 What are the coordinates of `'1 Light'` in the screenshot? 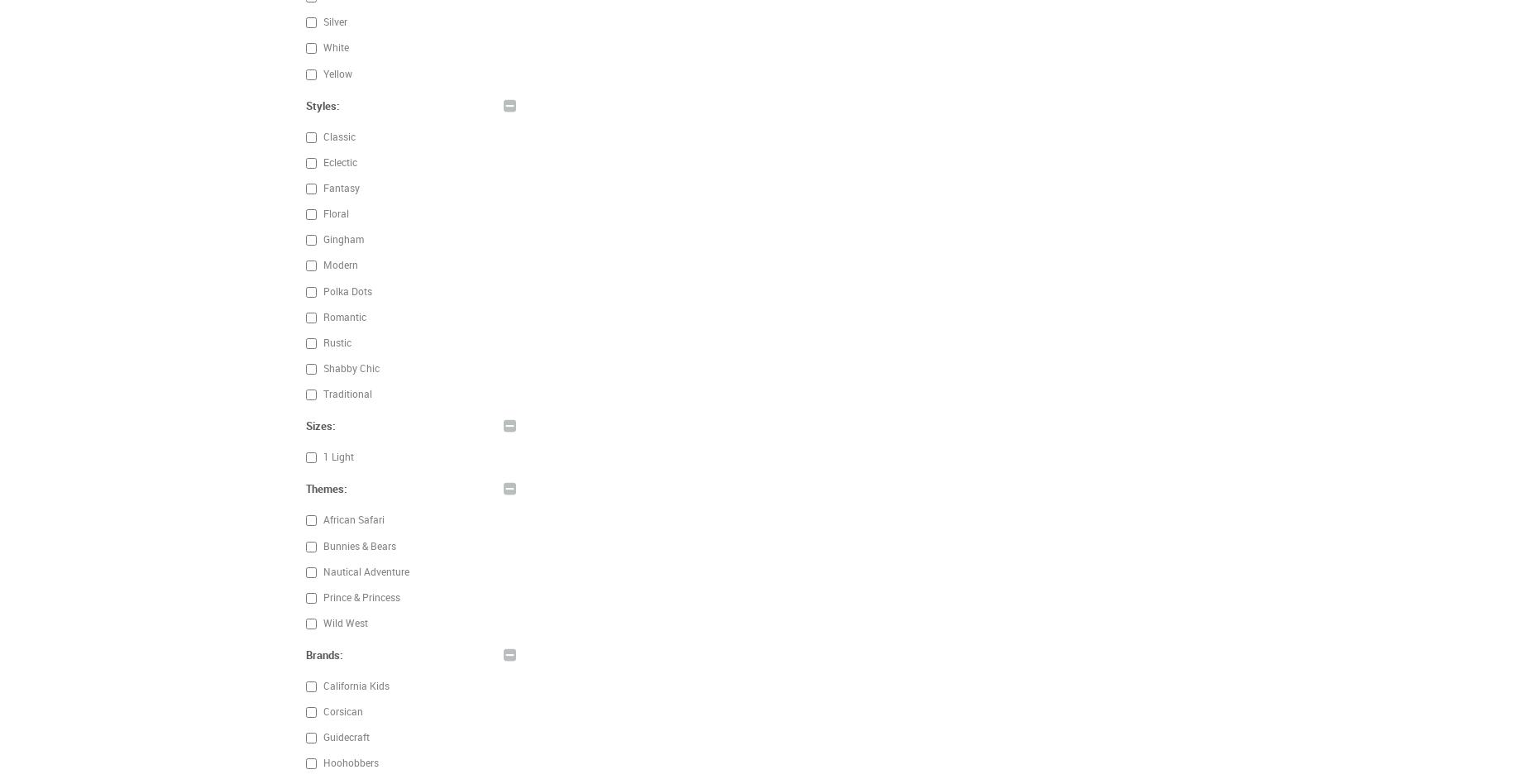 It's located at (336, 457).